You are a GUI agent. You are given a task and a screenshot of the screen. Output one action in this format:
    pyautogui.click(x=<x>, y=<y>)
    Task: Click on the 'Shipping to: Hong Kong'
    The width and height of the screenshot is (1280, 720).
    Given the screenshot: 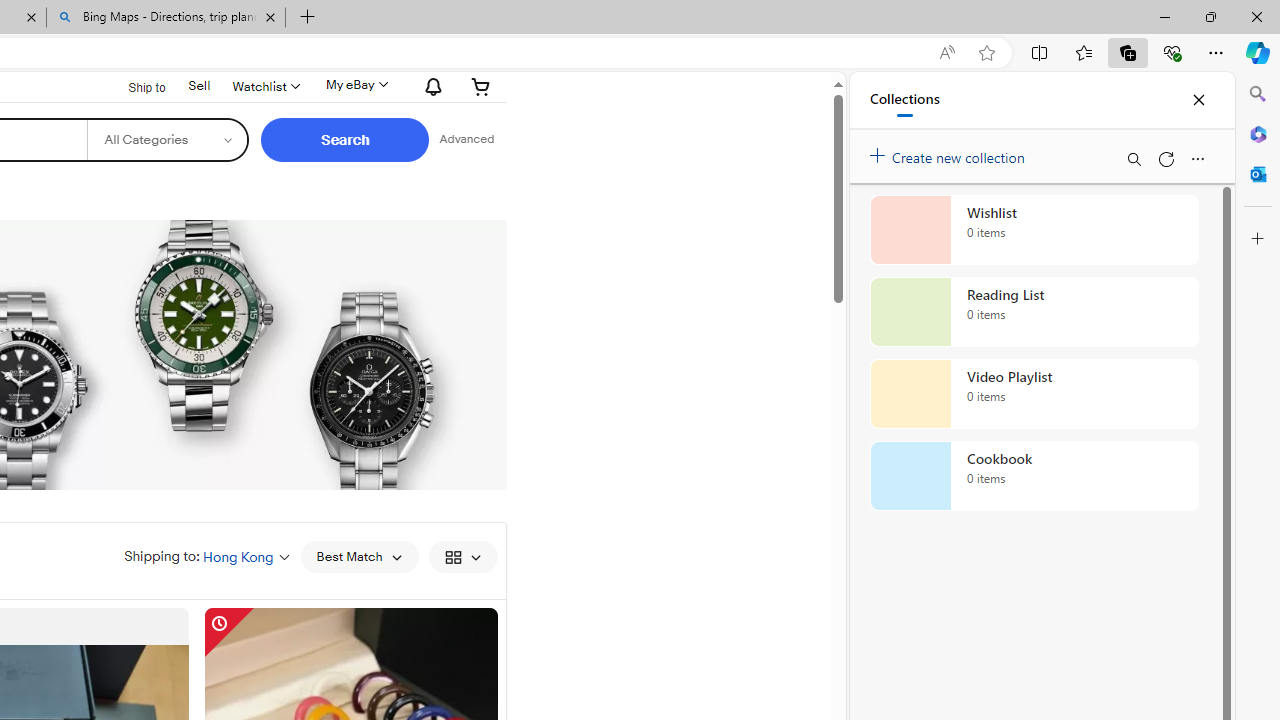 What is the action you would take?
    pyautogui.click(x=207, y=556)
    